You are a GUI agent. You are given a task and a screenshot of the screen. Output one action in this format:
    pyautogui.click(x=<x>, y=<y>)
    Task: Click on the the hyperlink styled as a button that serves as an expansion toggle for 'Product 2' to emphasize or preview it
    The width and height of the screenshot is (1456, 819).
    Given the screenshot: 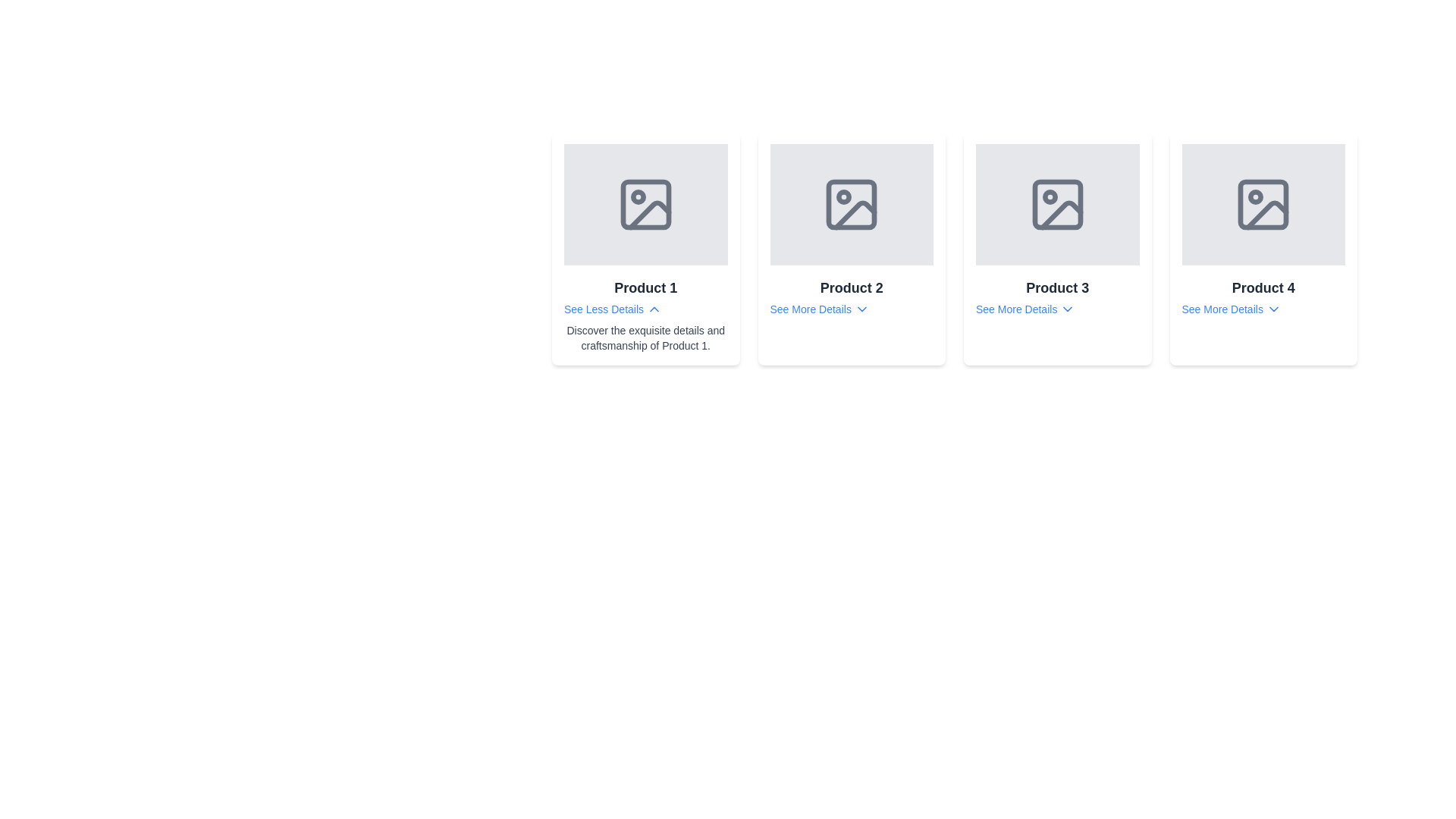 What is the action you would take?
    pyautogui.click(x=819, y=309)
    